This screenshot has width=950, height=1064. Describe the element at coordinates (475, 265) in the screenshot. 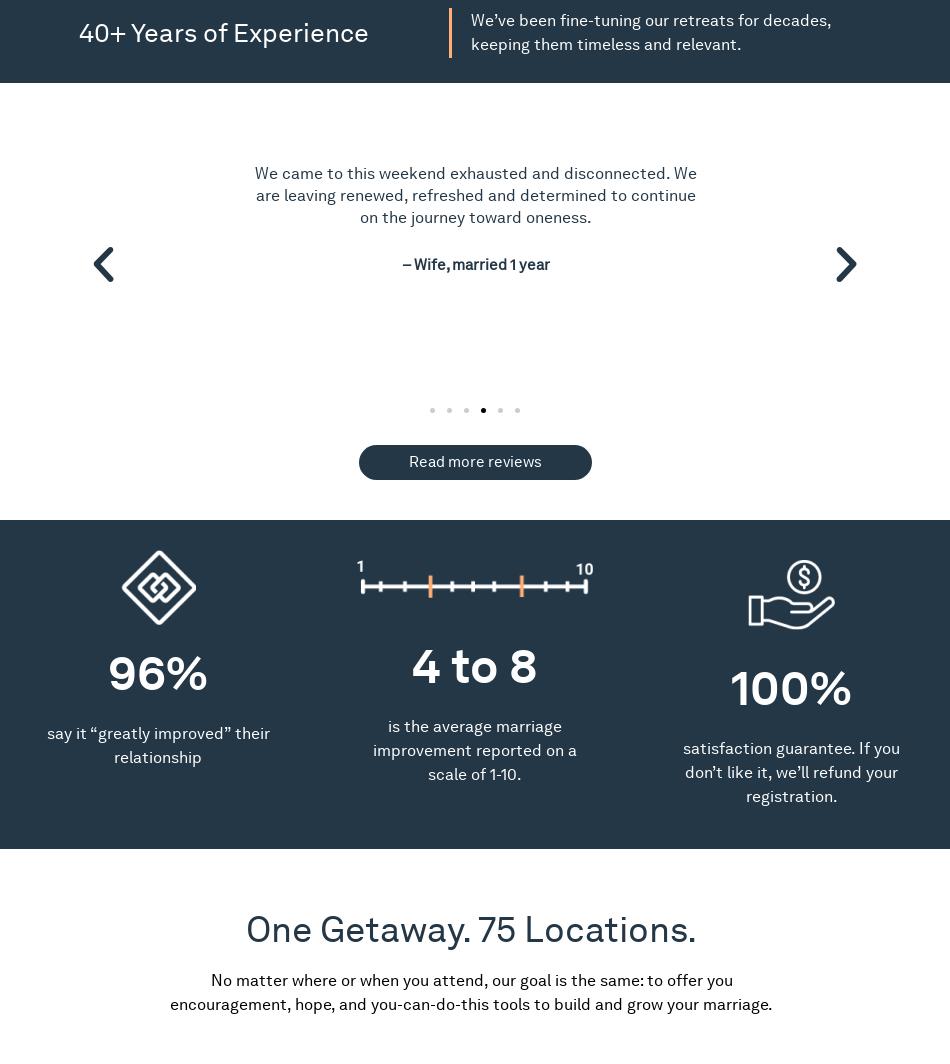

I see `'– Wife, married 1 year'` at that location.